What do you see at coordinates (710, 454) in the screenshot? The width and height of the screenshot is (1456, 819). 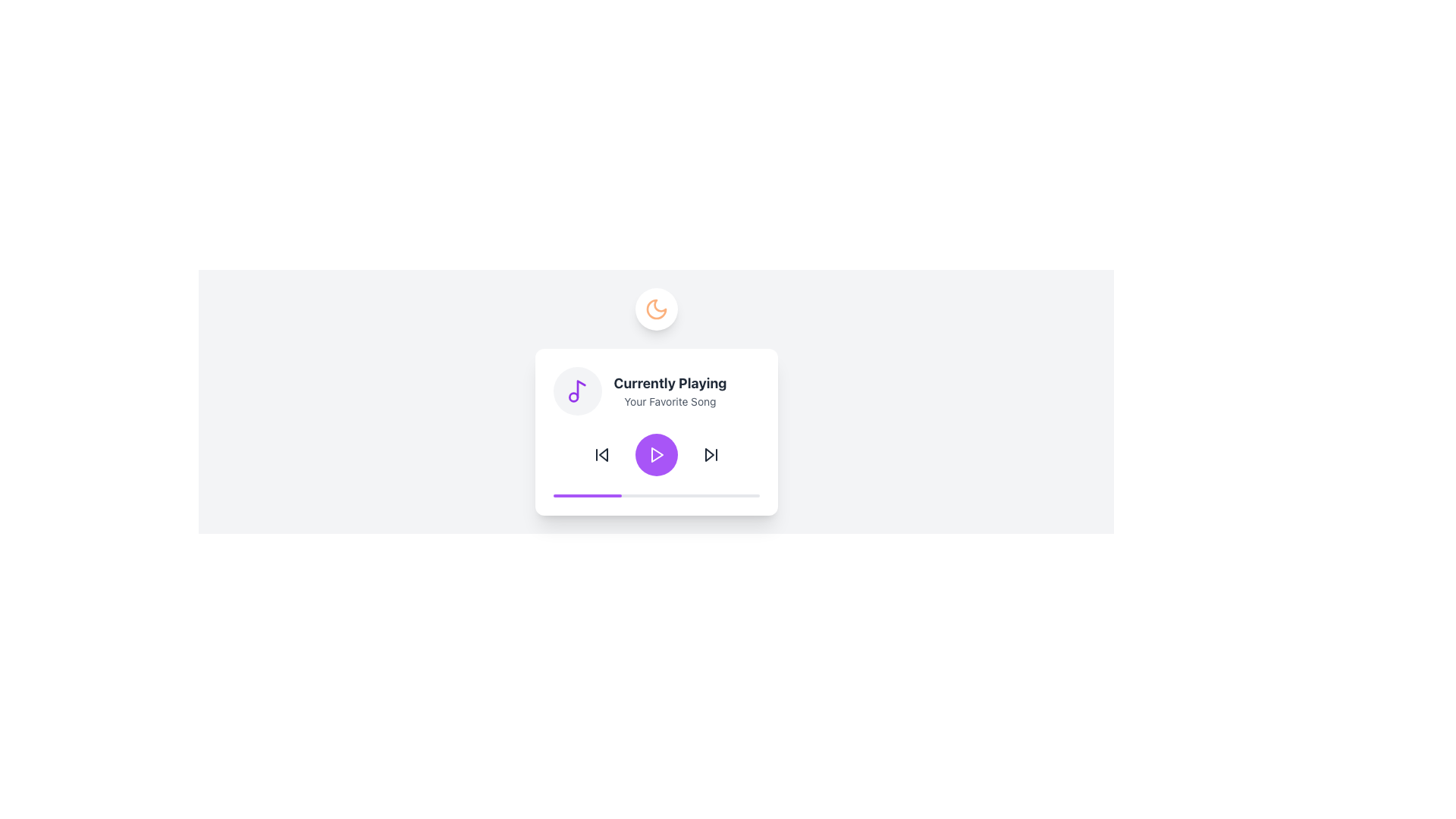 I see `the 'Skip Forward' button located at the bottom central portion of the interface` at bounding box center [710, 454].